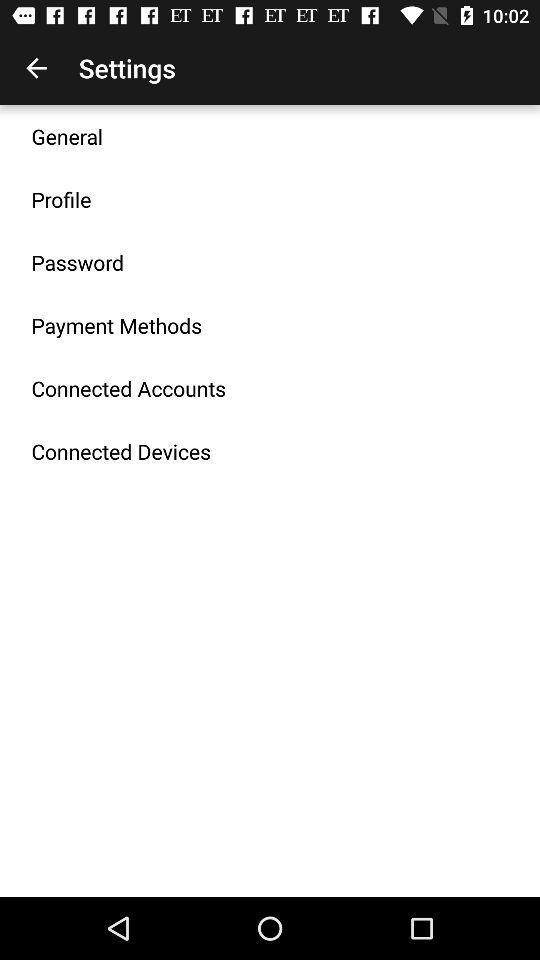 Image resolution: width=540 pixels, height=960 pixels. I want to click on the general icon, so click(67, 135).